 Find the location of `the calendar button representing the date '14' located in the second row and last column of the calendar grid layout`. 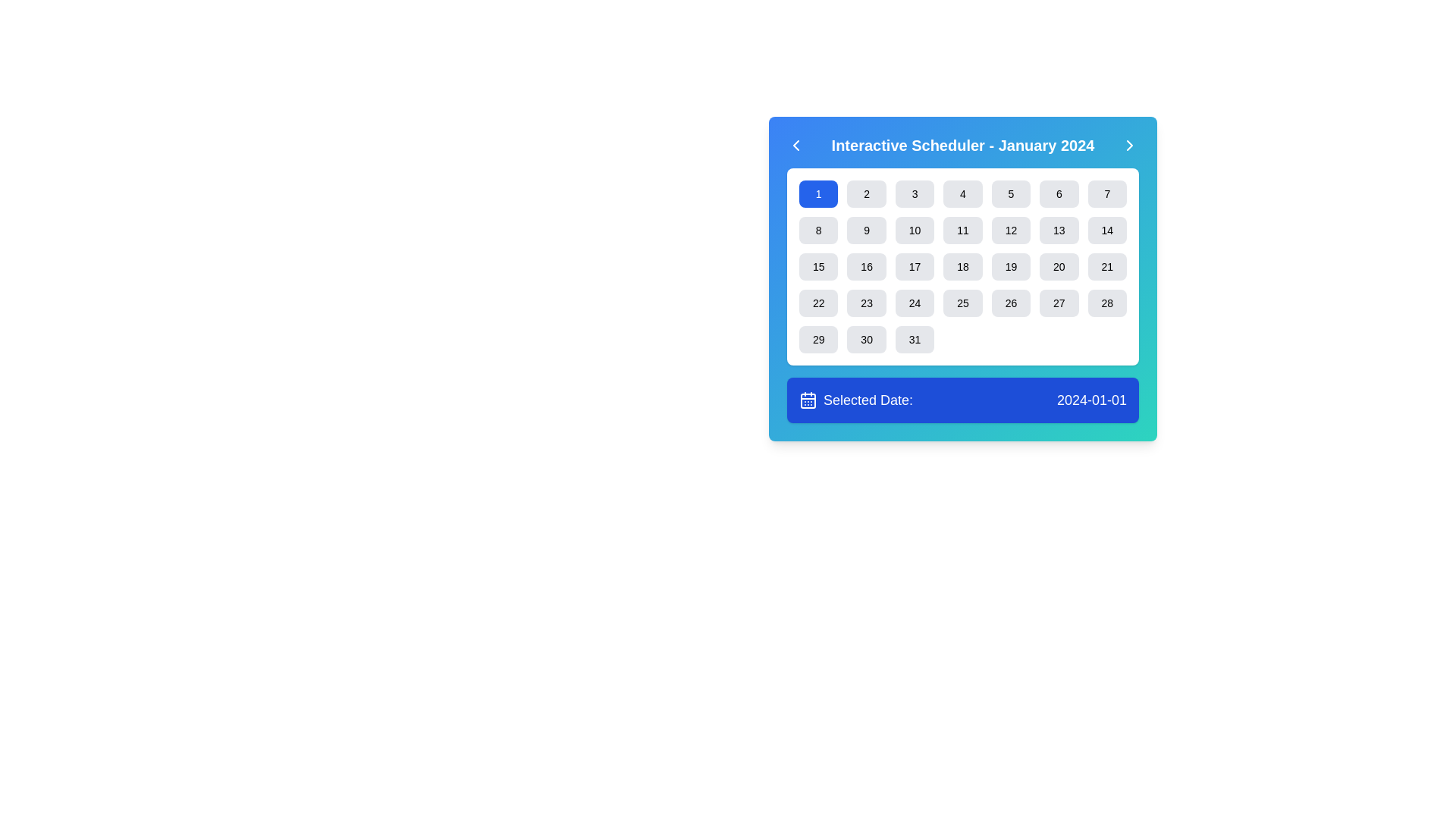

the calendar button representing the date '14' located in the second row and last column of the calendar grid layout is located at coordinates (1107, 231).